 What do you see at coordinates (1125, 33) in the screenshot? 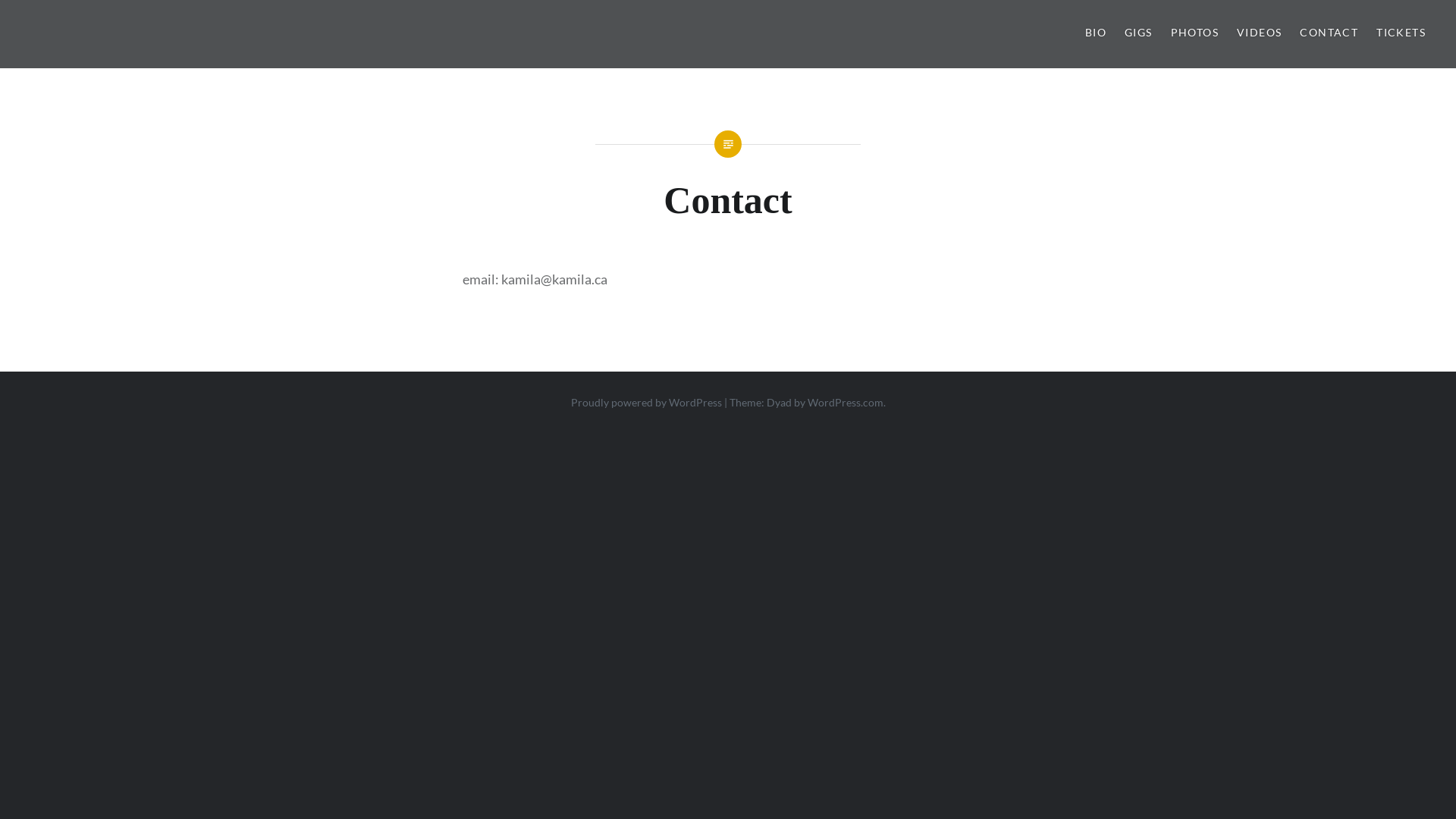
I see `'GIGS'` at bounding box center [1125, 33].